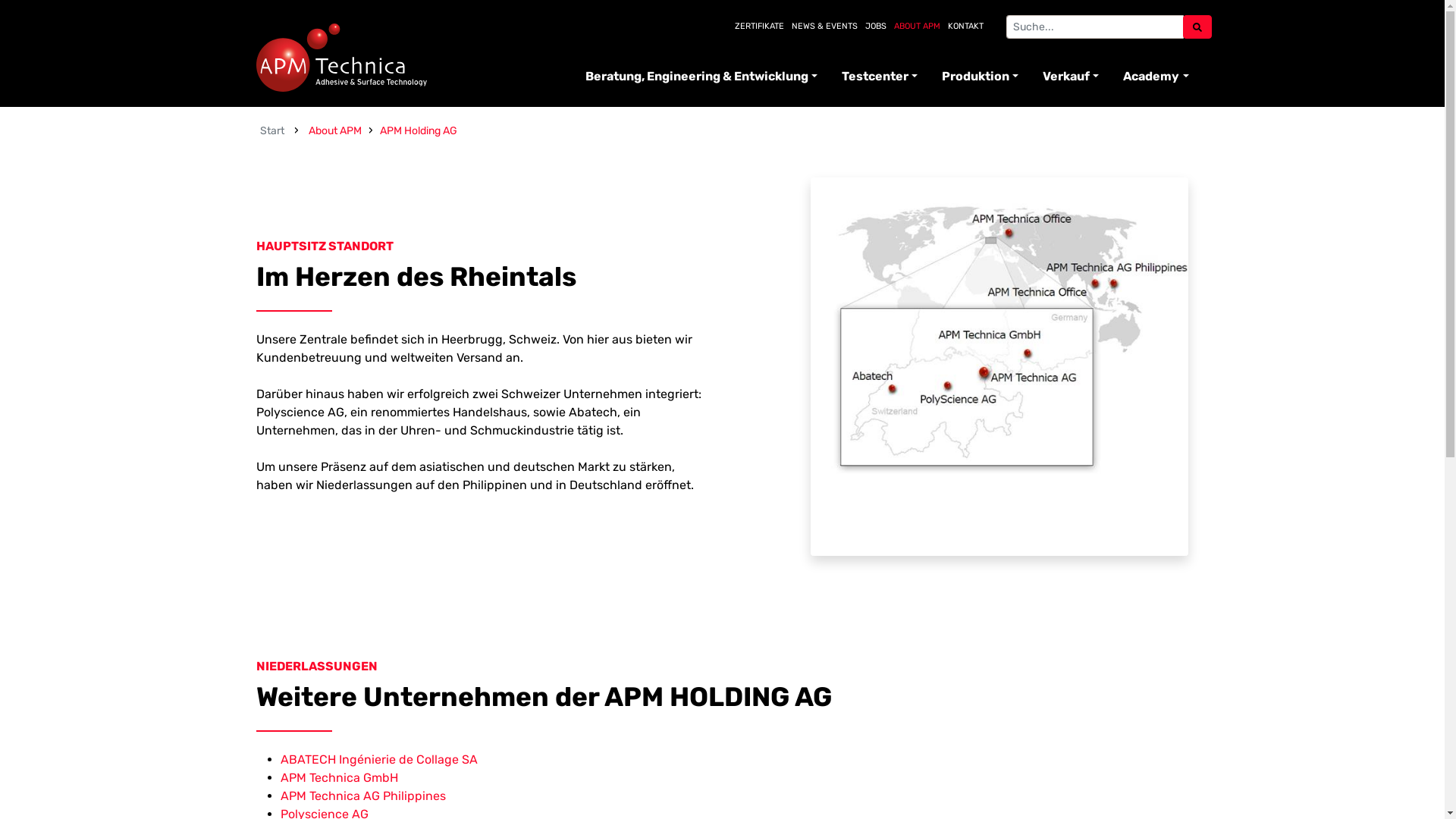 This screenshot has height=819, width=1456. I want to click on 'Verkauf', so click(1069, 76).